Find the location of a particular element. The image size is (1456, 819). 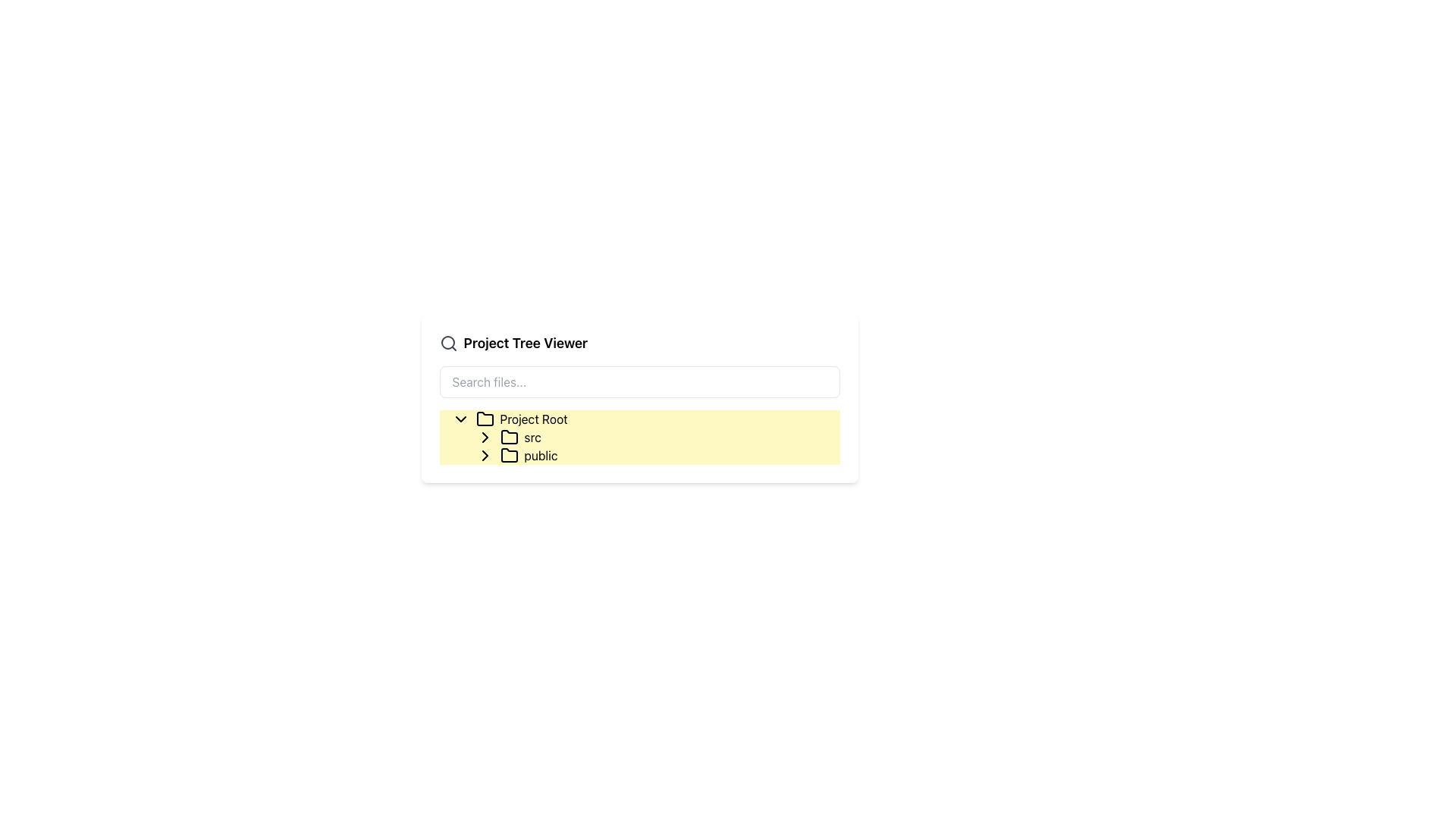

the small rightward-pointing chevron icon adjacent to the 'public' folder label in the directory tree viewer is located at coordinates (484, 438).